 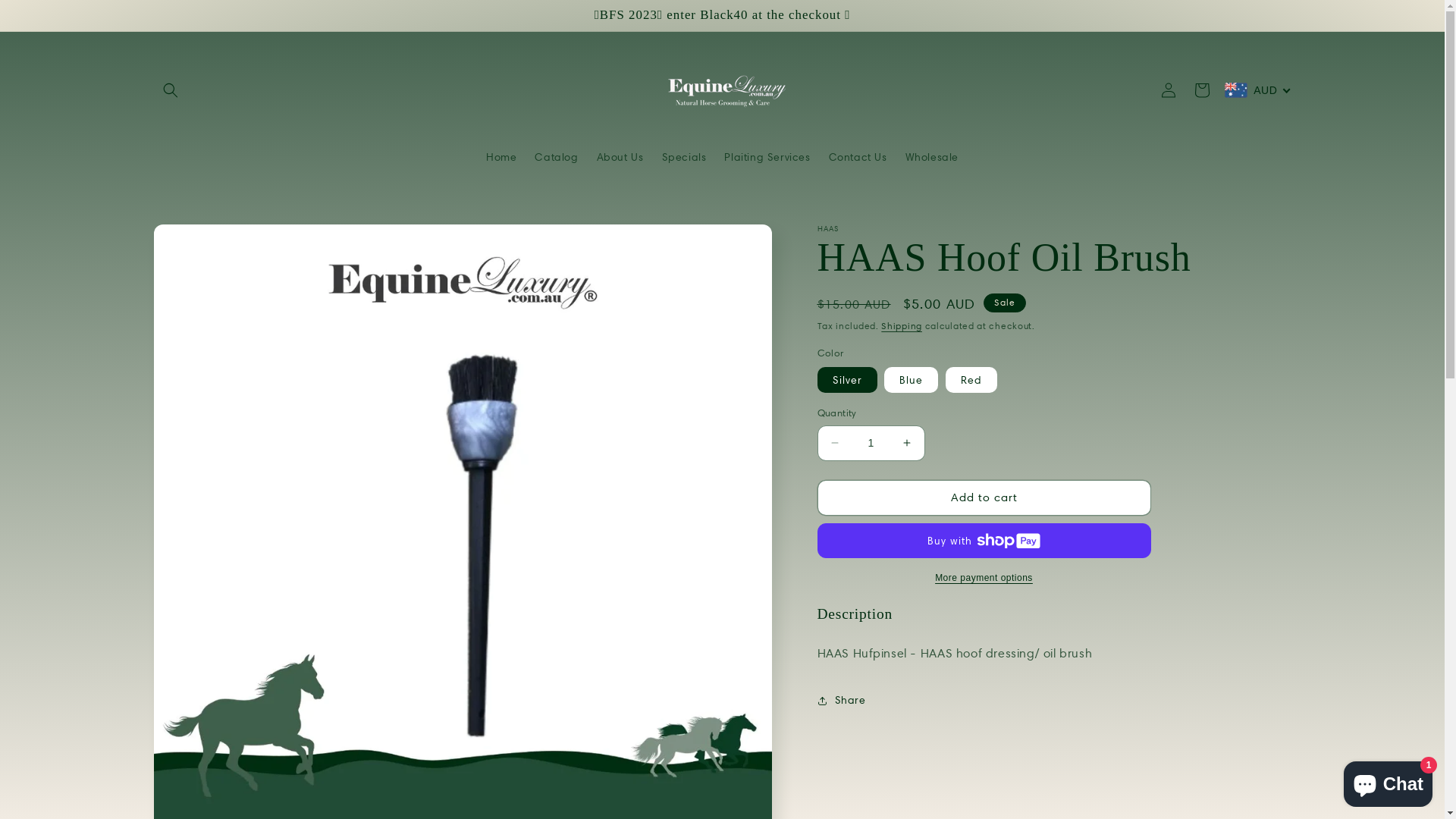 What do you see at coordinates (902, 325) in the screenshot?
I see `'Shipping'` at bounding box center [902, 325].